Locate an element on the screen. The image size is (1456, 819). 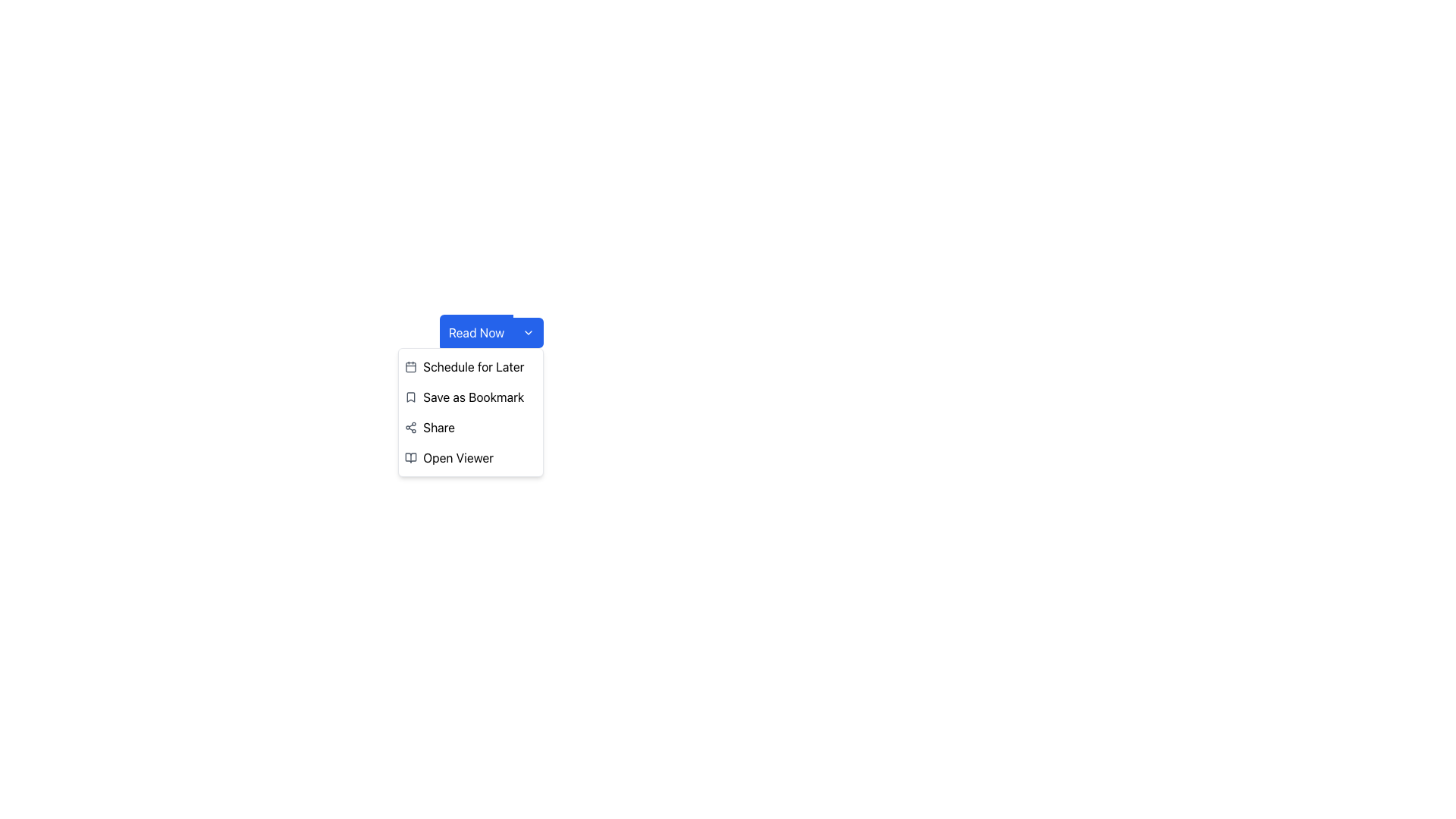
the 'Save as Bookmark' option in the dropdown menu, which has a white background and rounded corners, and is part of a larger group with the blue primary button labeled 'Read Now' is located at coordinates (491, 415).